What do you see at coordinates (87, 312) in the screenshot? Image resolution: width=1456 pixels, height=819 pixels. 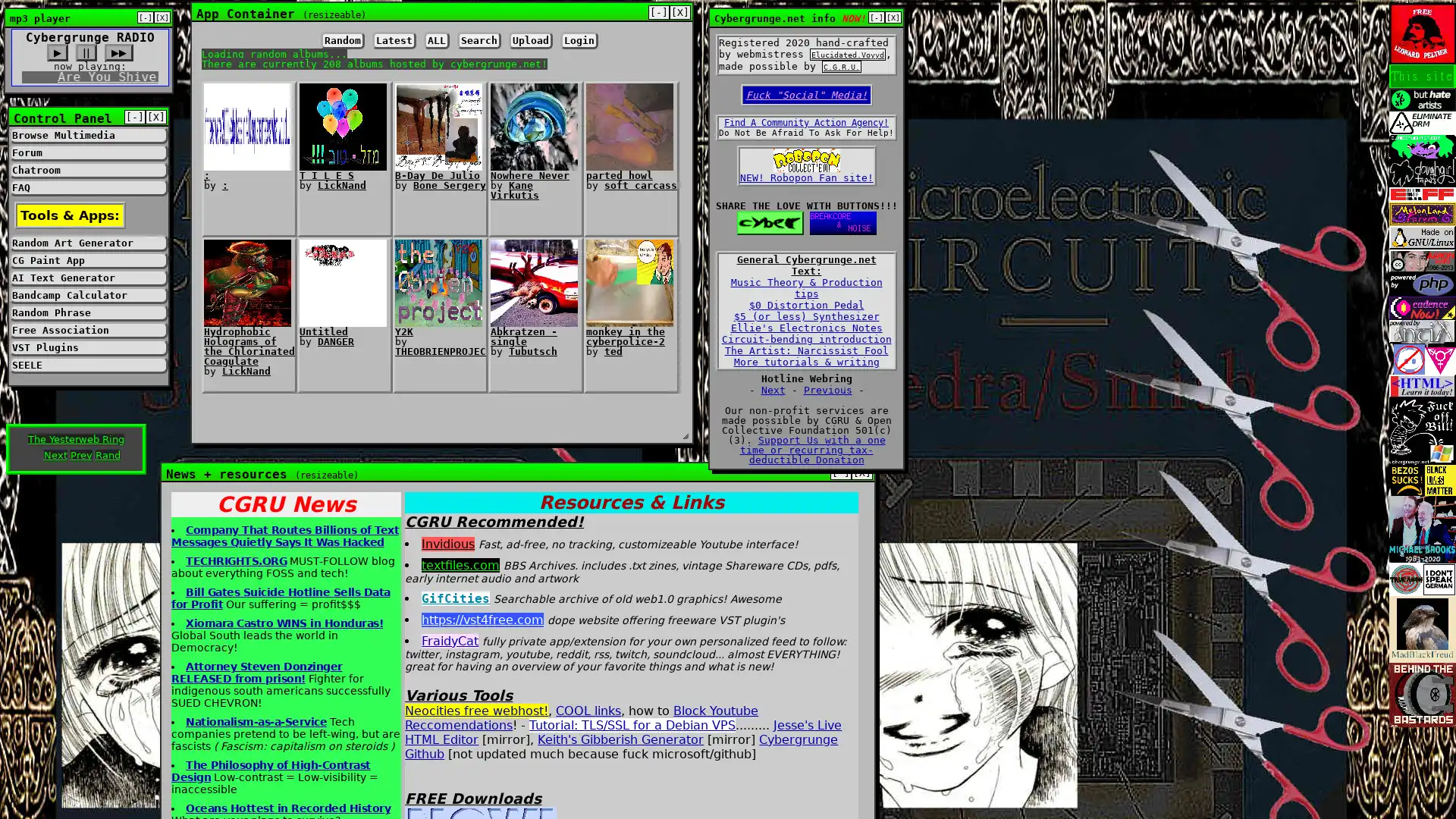 I see `Random Phrase` at bounding box center [87, 312].